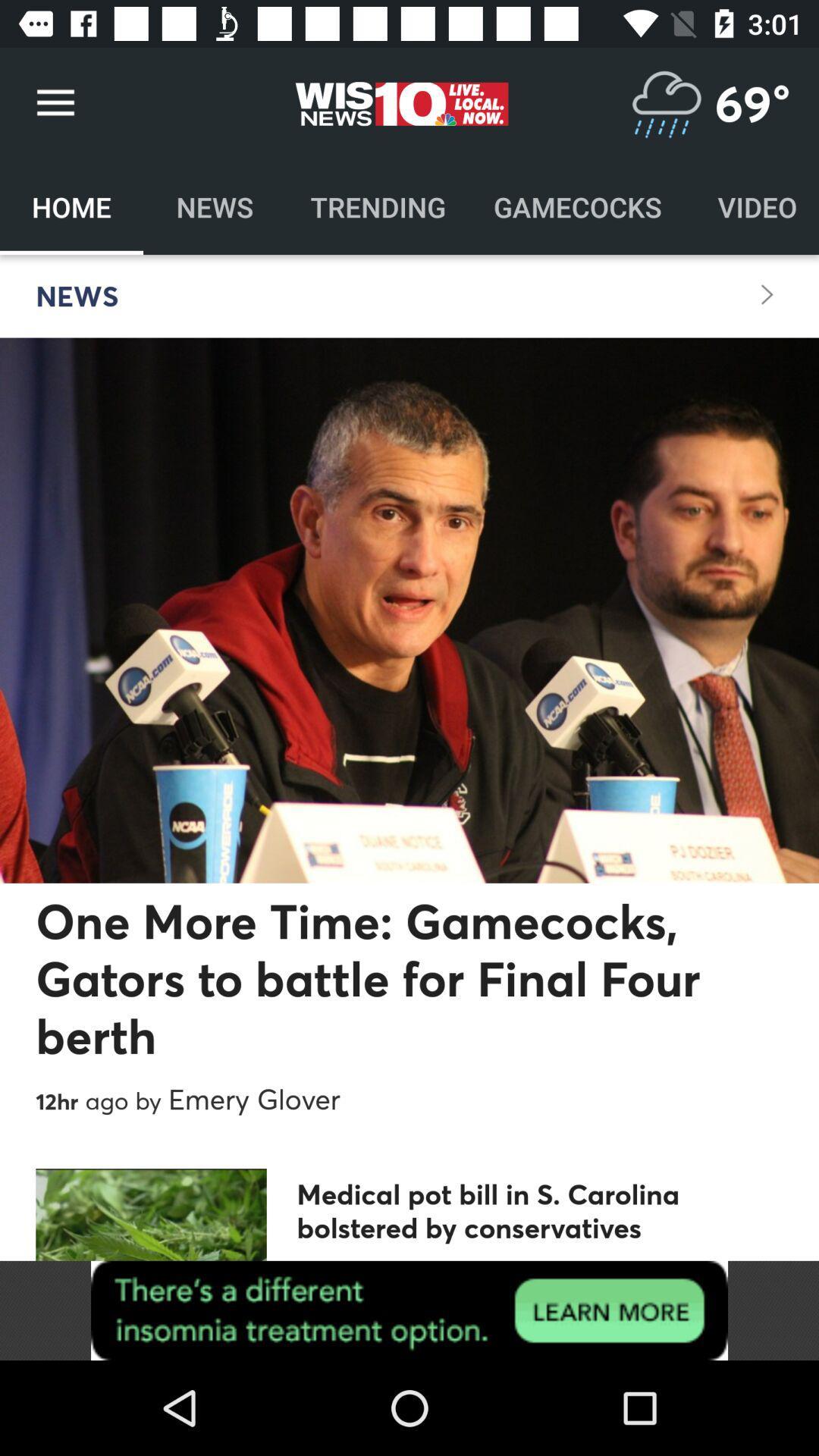 This screenshot has height=1456, width=819. Describe the element at coordinates (752, 102) in the screenshot. I see `69 degree which is above video on the top right corner of the page` at that location.